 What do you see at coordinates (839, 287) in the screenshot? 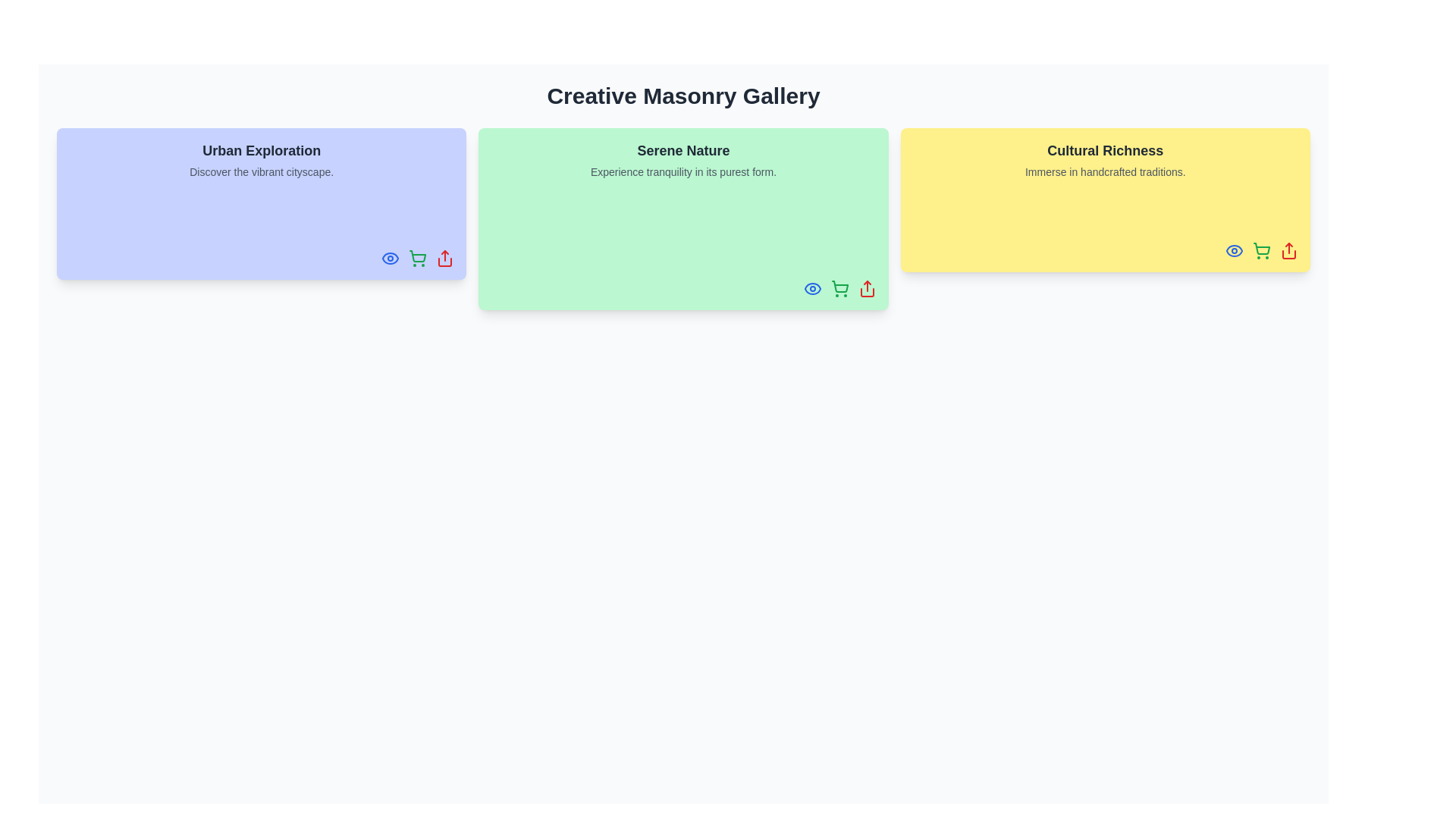
I see `the green shopping cart icon located in the bottom-right segment of the 'Serene Nature' tile` at bounding box center [839, 287].